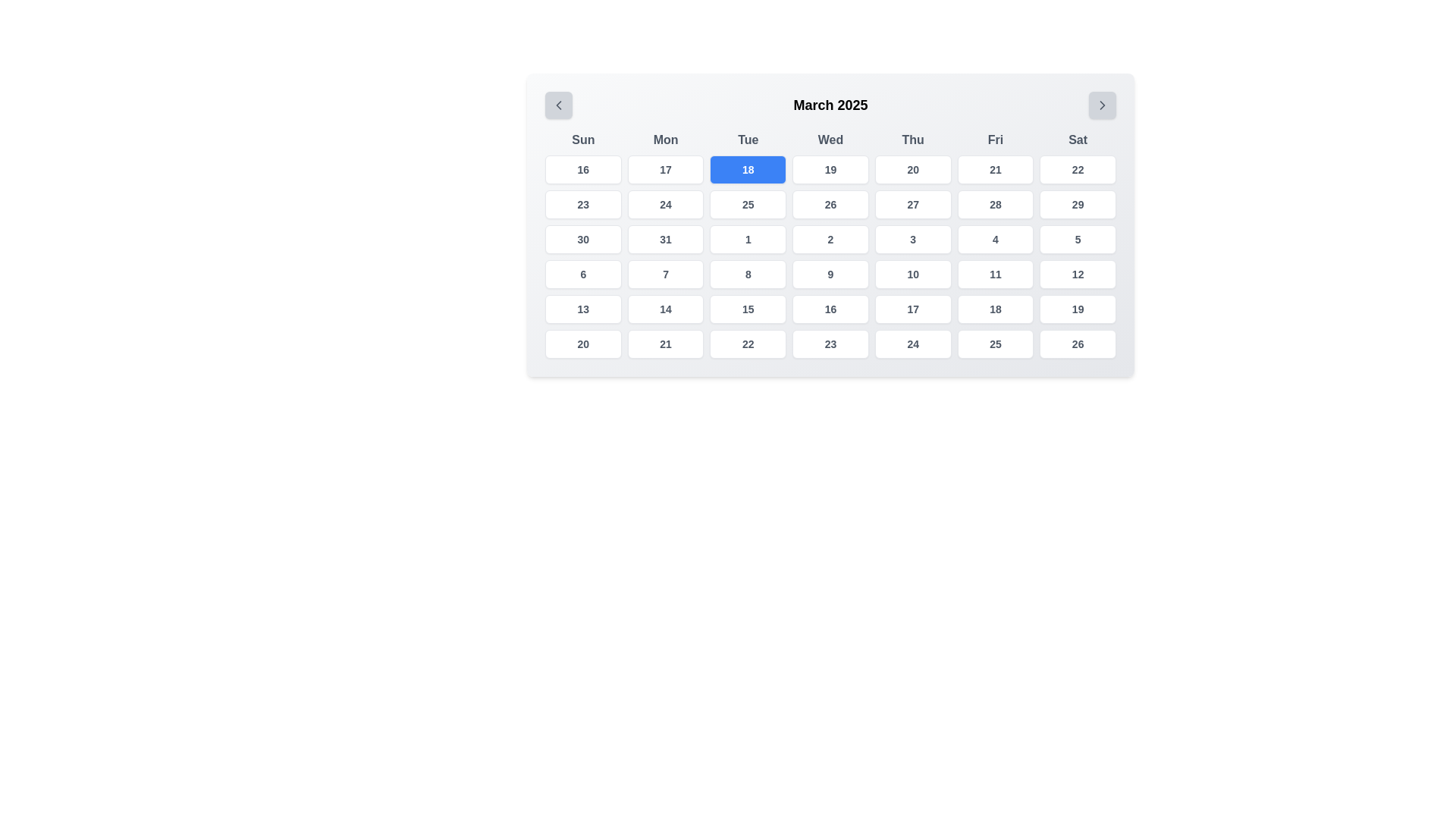 The image size is (1456, 819). I want to click on the navigation icon located in the top-right corner of the calendar view to move forward to the next month, so click(1103, 104).